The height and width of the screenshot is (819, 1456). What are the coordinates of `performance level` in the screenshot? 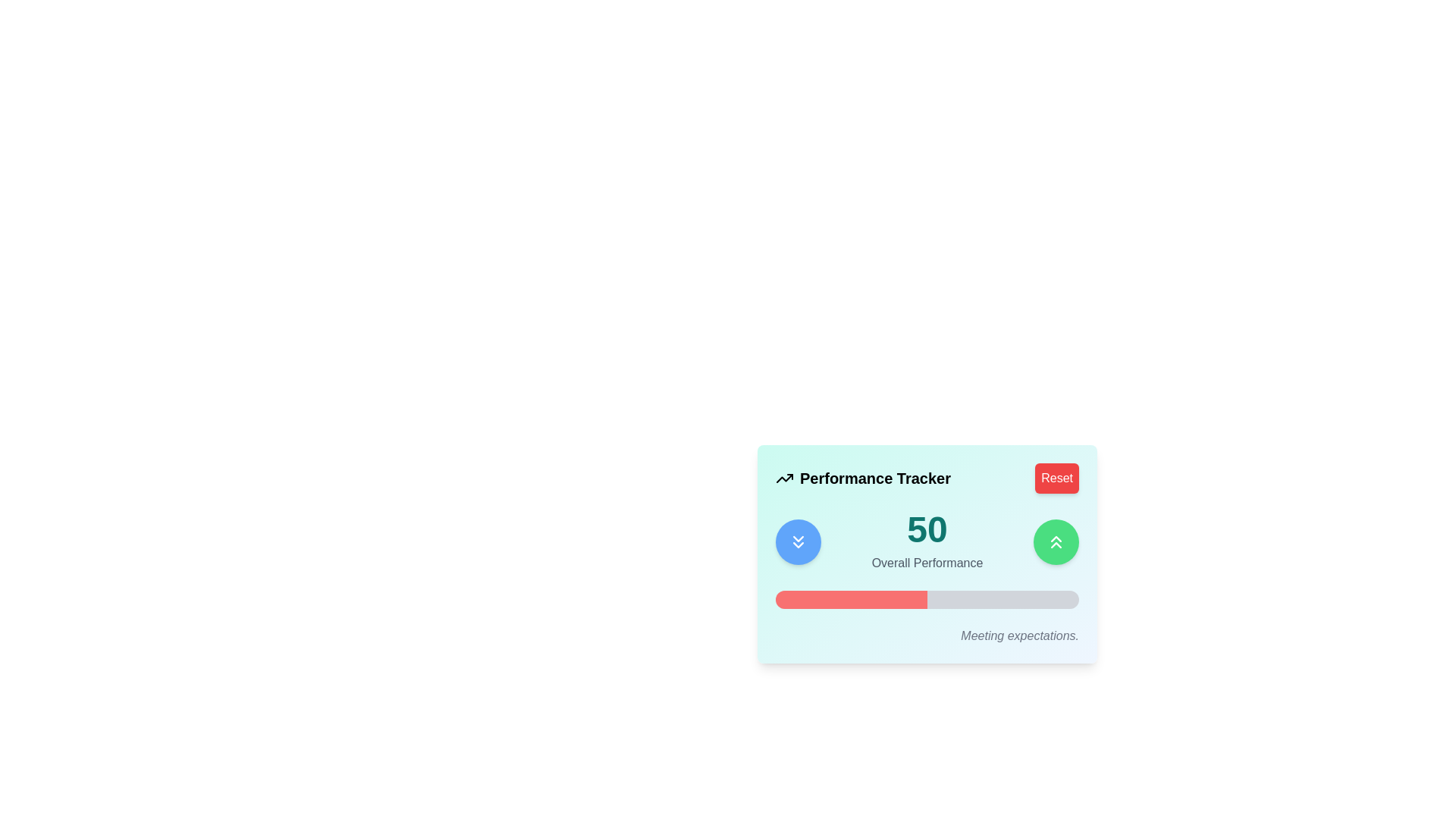 It's located at (888, 598).